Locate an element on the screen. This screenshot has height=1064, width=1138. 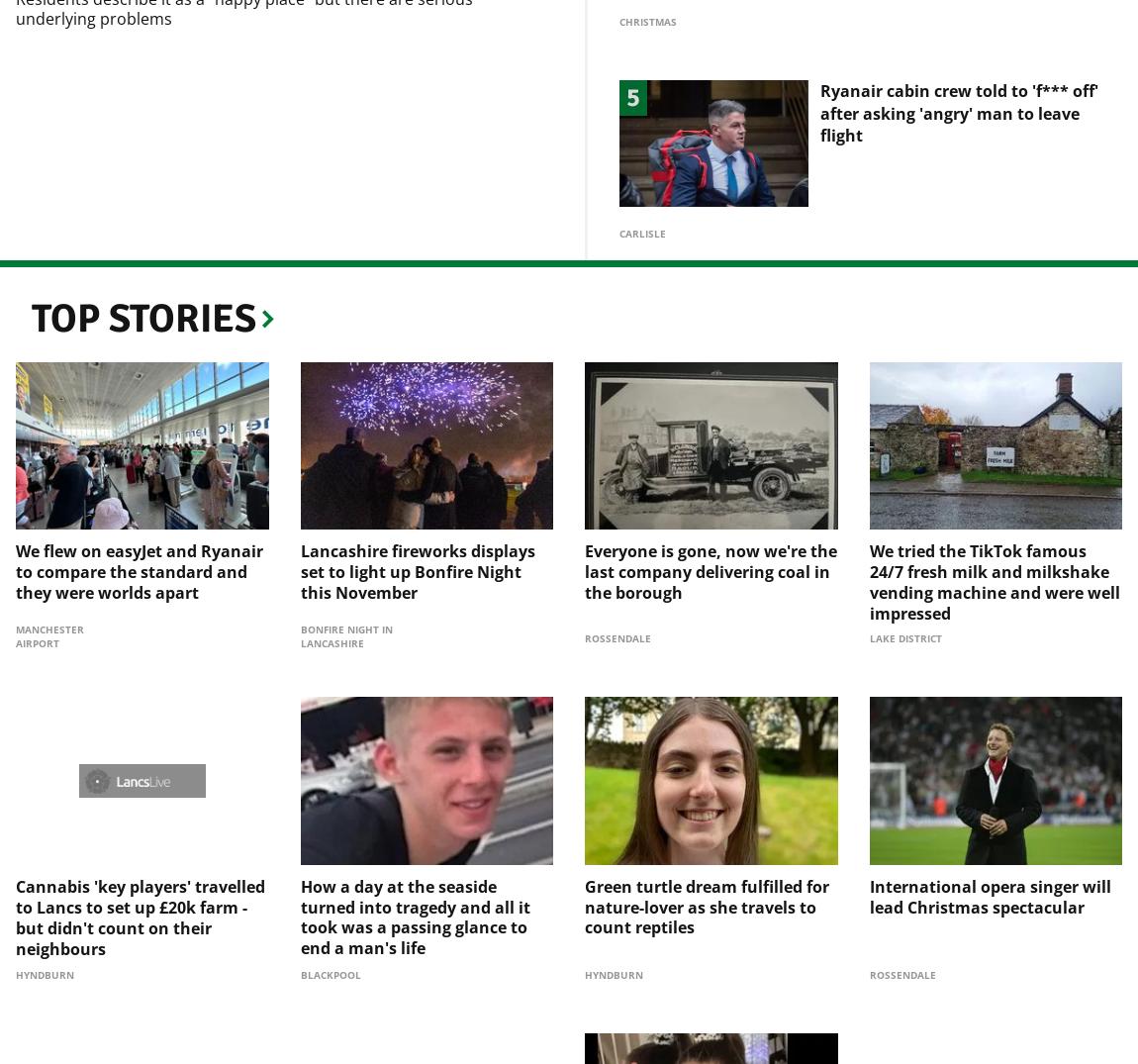
'Lancashire fireworks displays set to light up Bonfire Night this November' is located at coordinates (417, 538).